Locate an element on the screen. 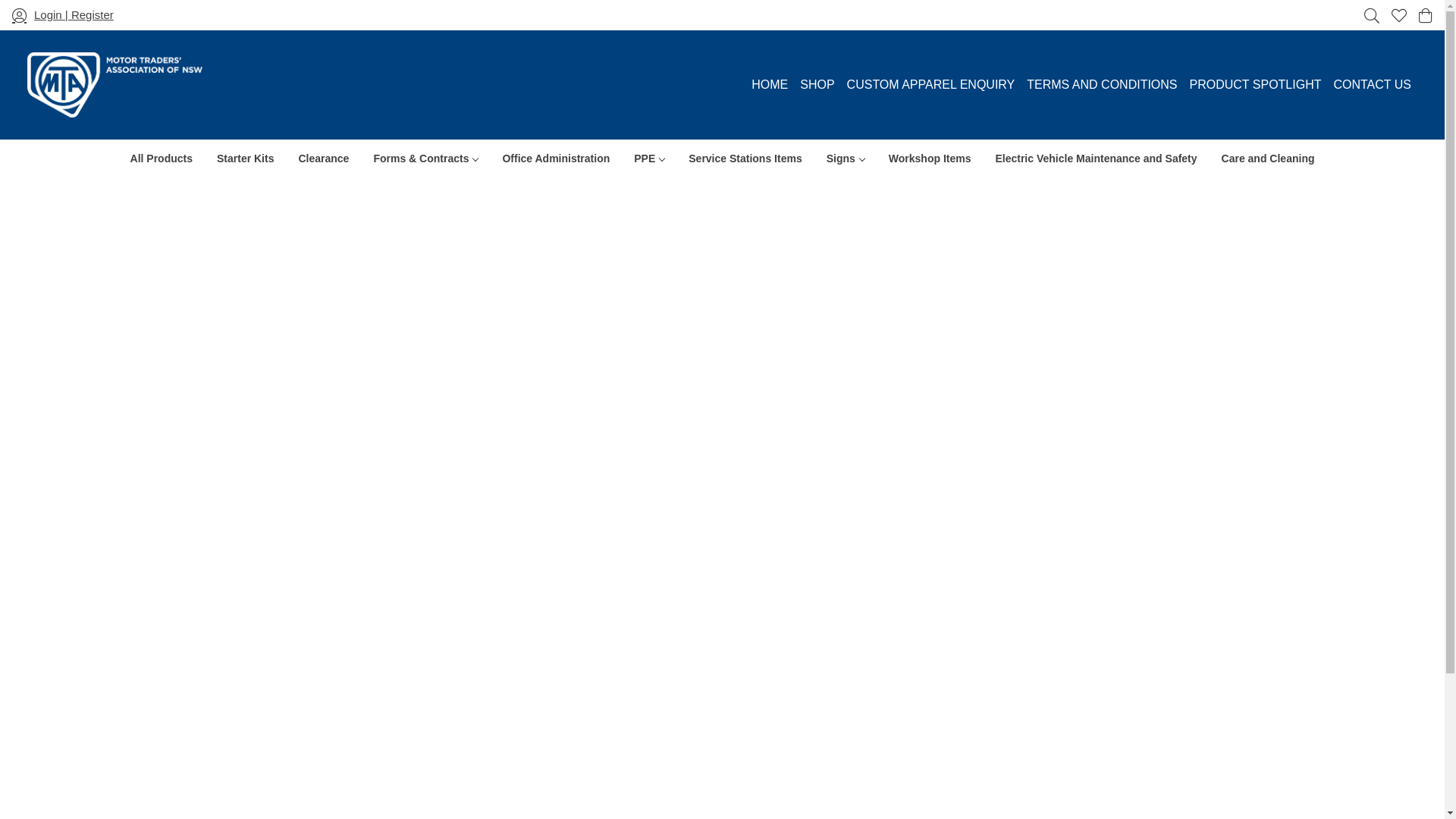 The width and height of the screenshot is (1456, 819). 'HOME' is located at coordinates (769, 84).